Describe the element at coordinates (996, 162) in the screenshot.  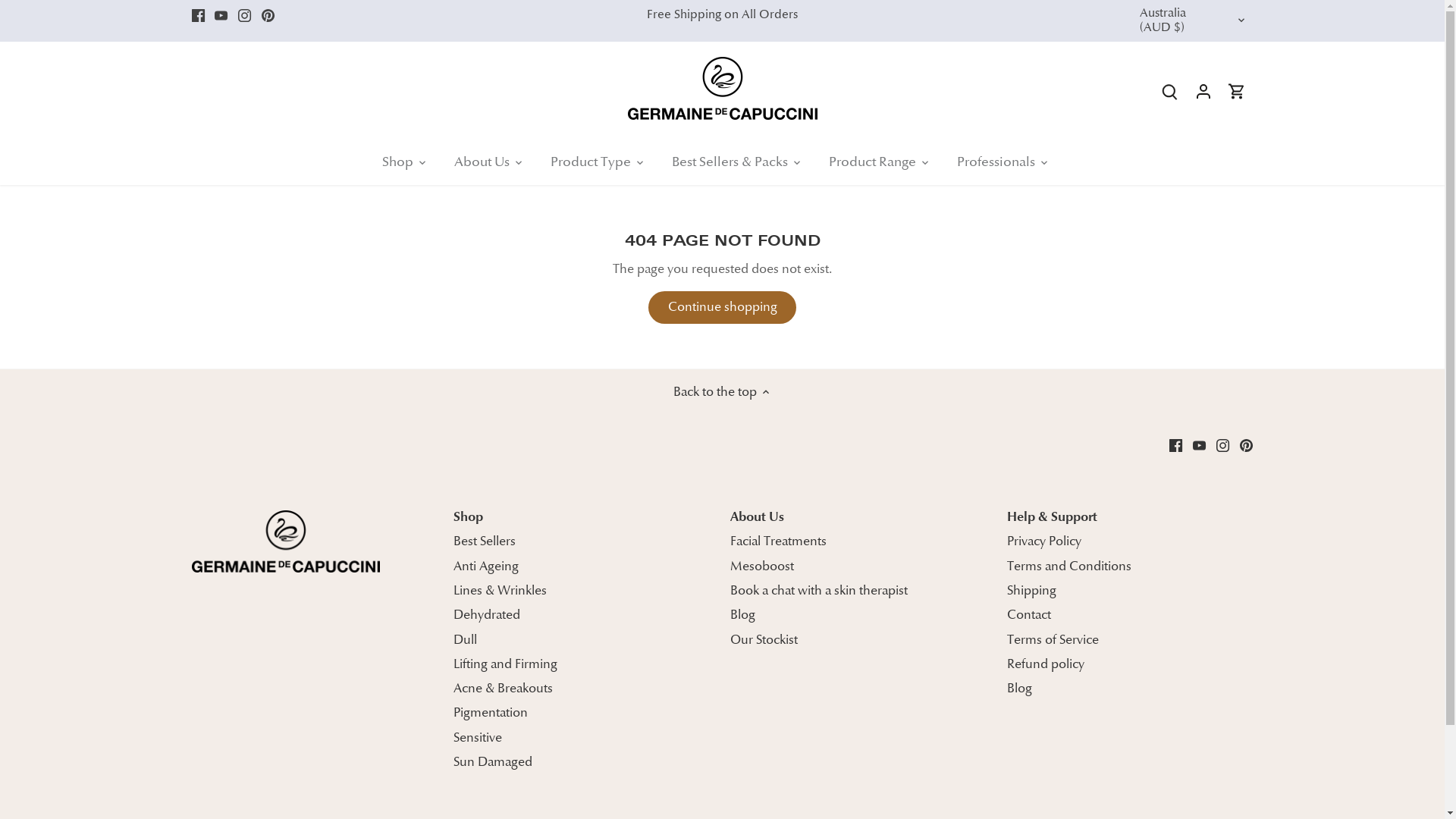
I see `'Professionals'` at that location.